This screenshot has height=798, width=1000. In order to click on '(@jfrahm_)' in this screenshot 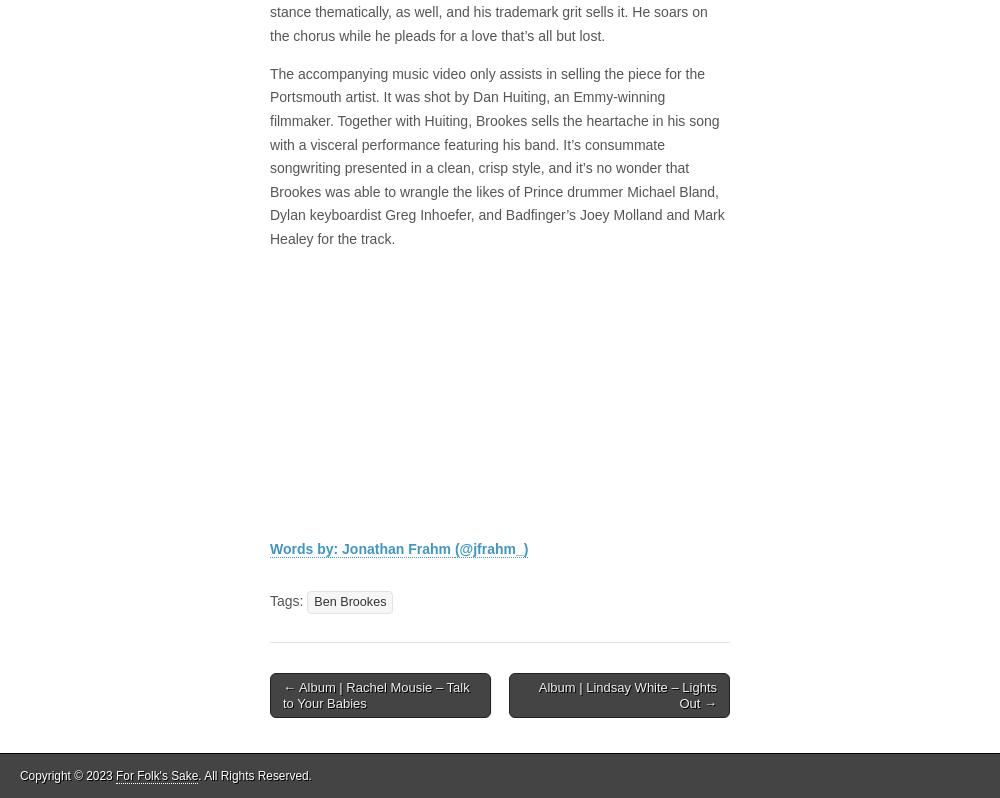, I will do `click(490, 549)`.